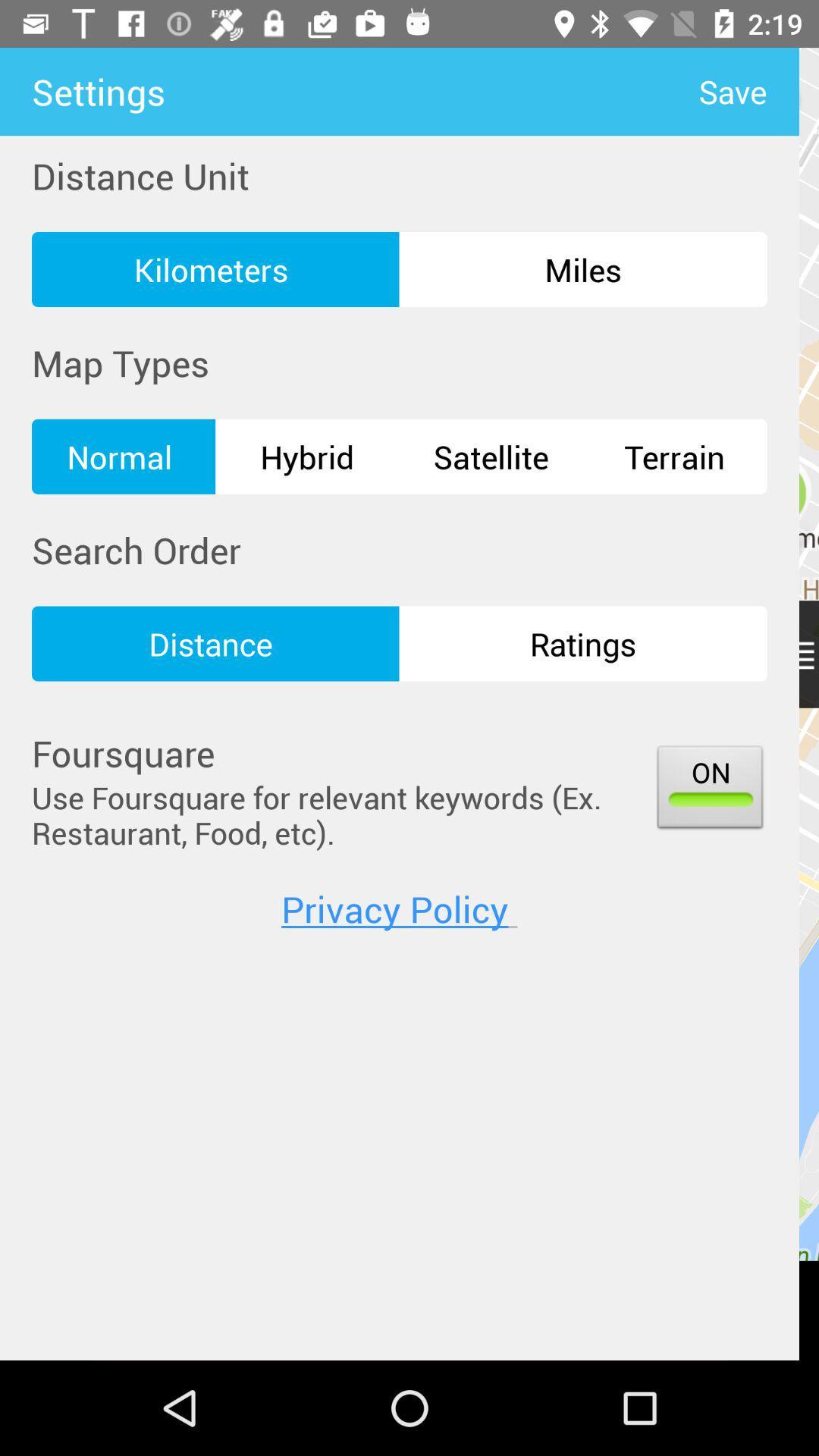 The image size is (819, 1456). What do you see at coordinates (307, 456) in the screenshot?
I see `icon to the right of normal  item` at bounding box center [307, 456].